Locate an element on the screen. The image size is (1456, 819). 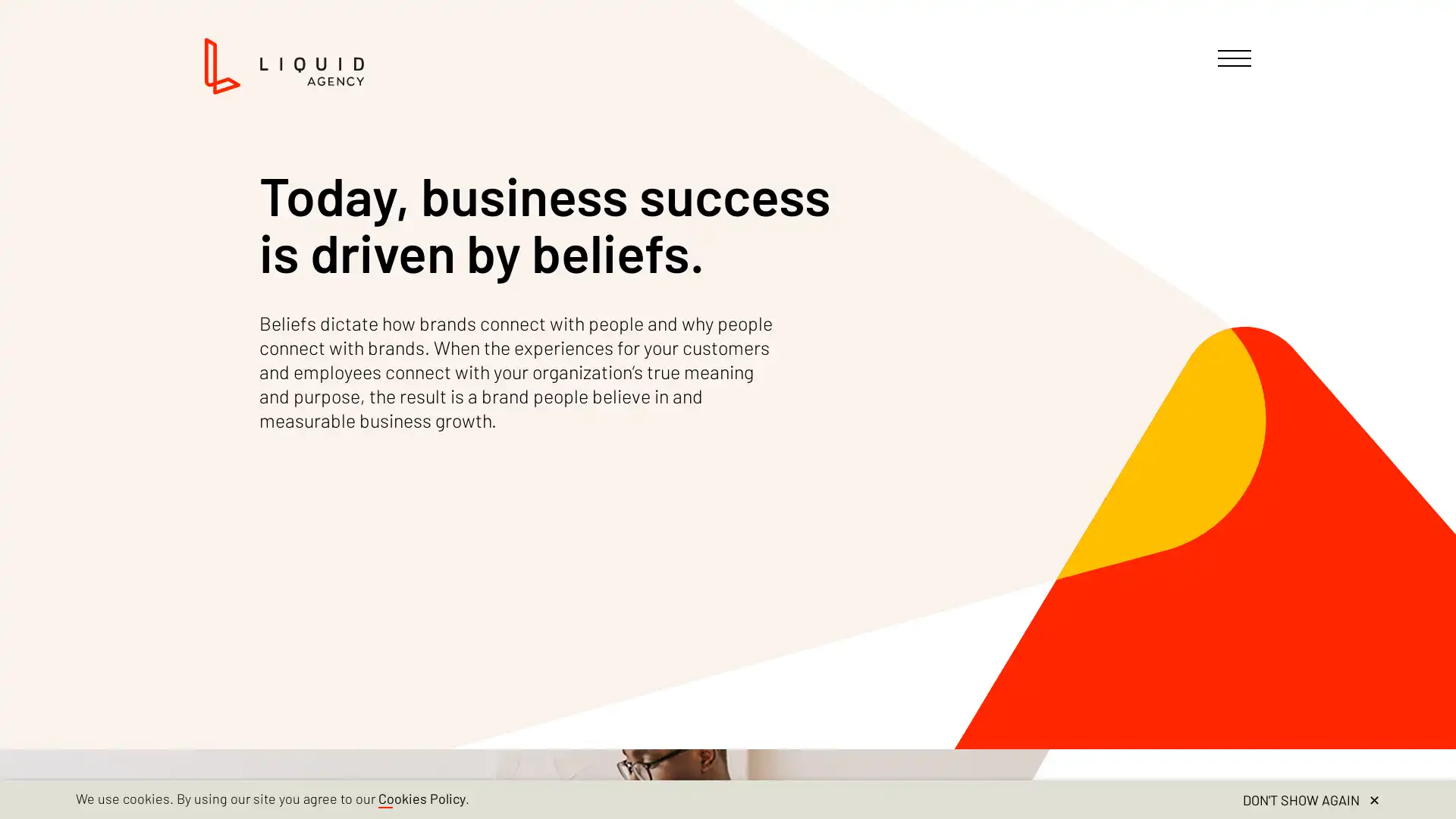
Menu is located at coordinates (1234, 58).